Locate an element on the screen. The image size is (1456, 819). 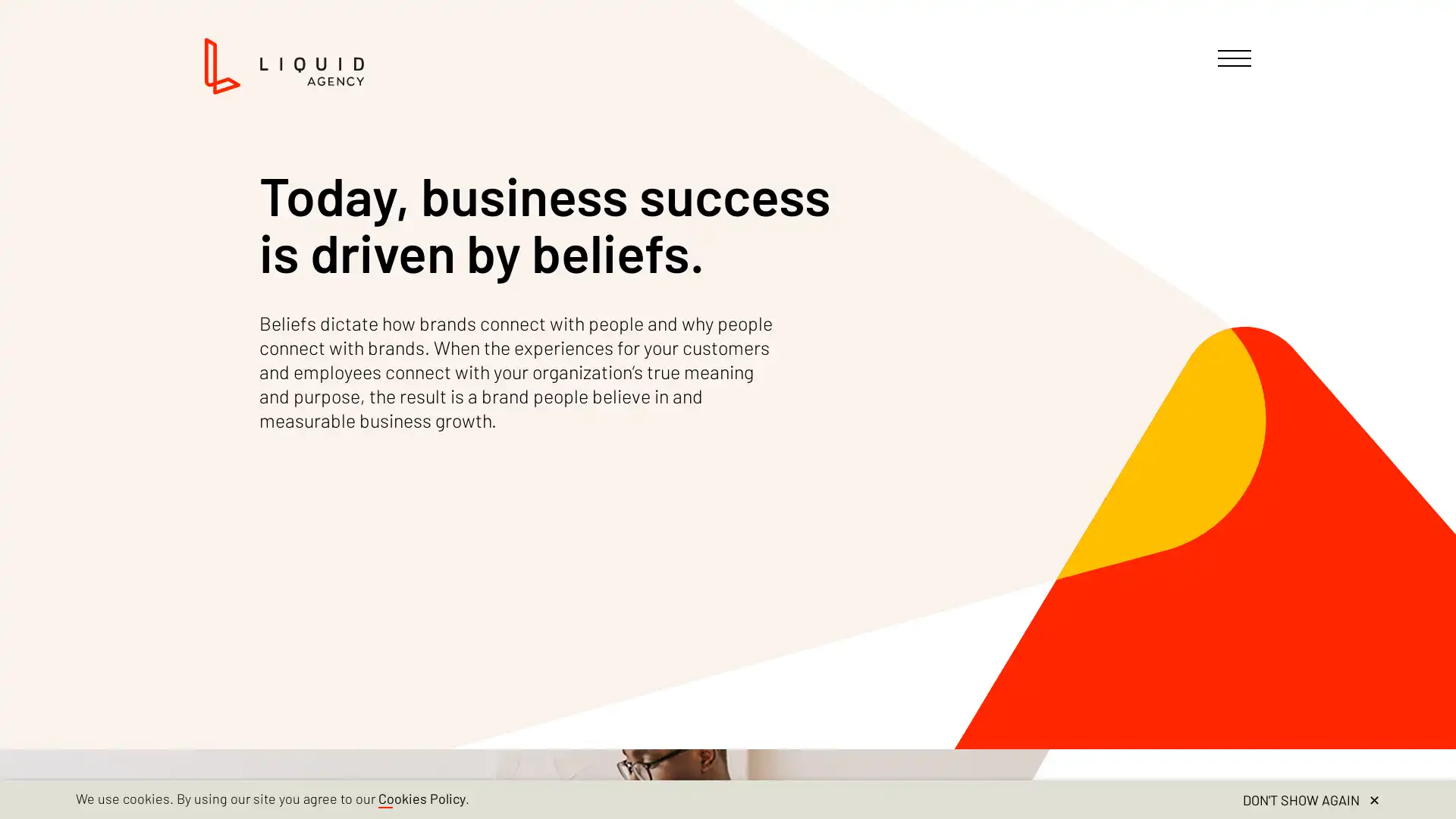
Menu is located at coordinates (1234, 58).